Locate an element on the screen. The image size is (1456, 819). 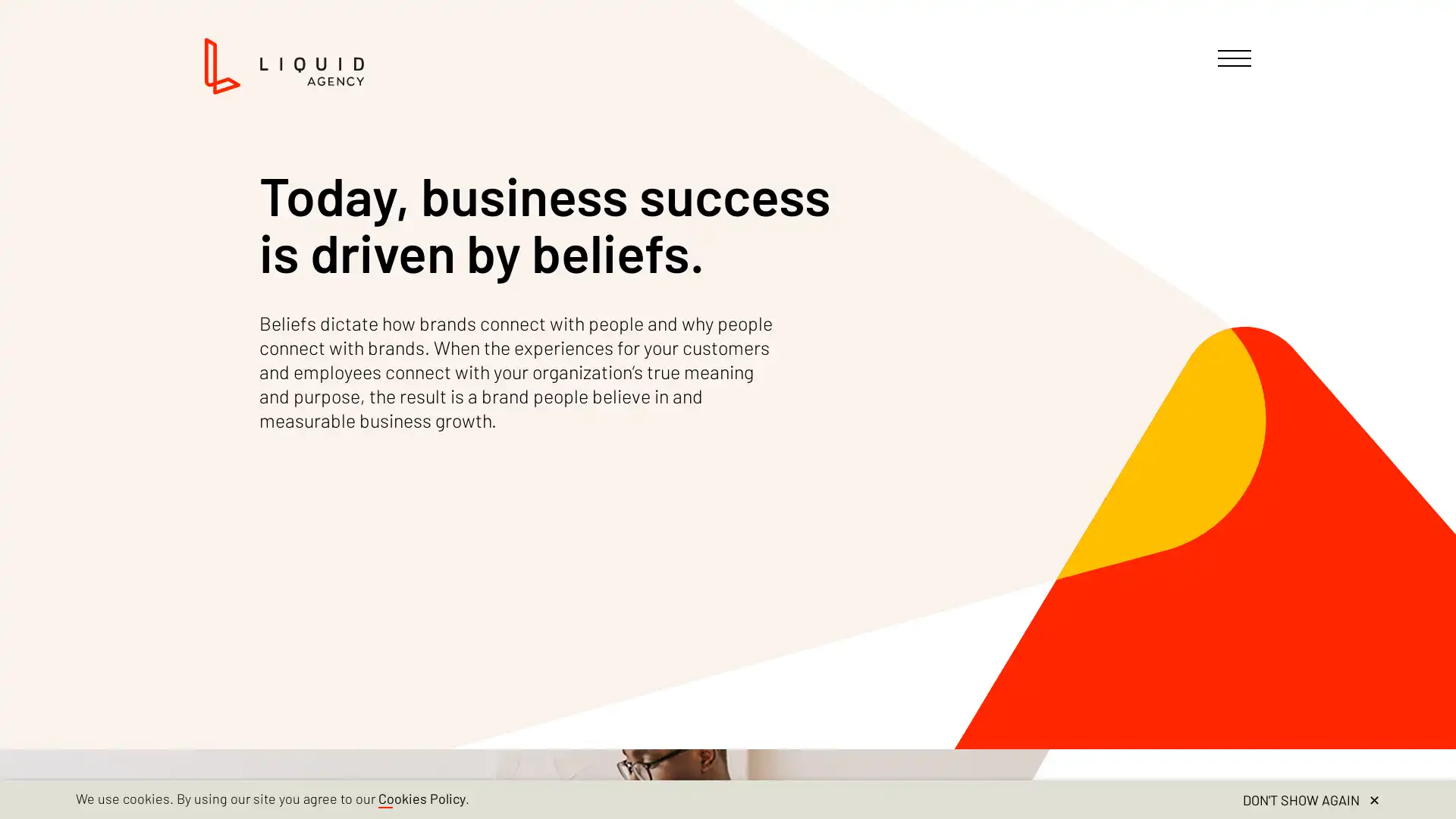
Menu is located at coordinates (1234, 58).